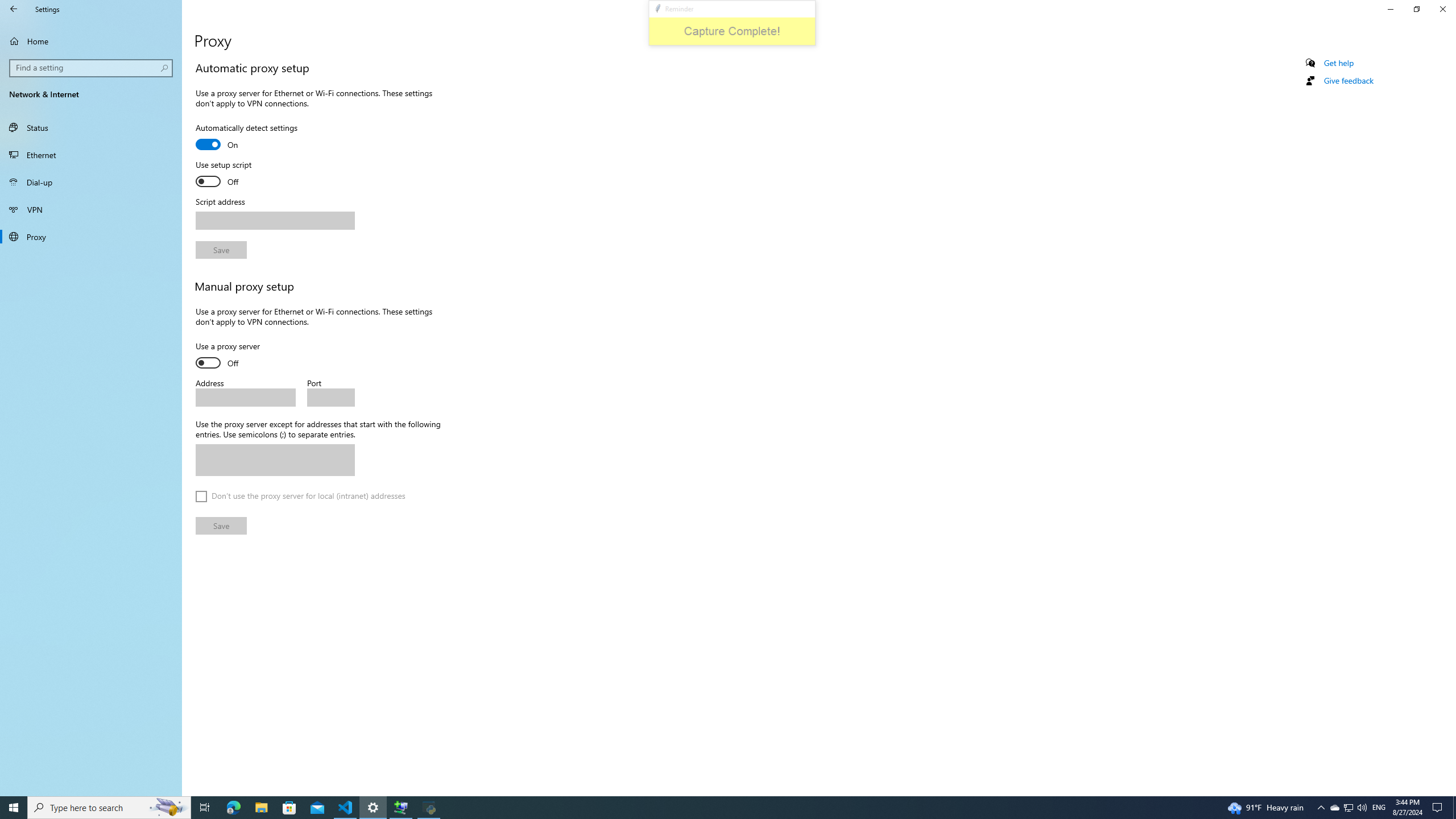 The width and height of the screenshot is (1456, 819). Describe the element at coordinates (1416, 9) in the screenshot. I see `'Restore Settings'` at that location.